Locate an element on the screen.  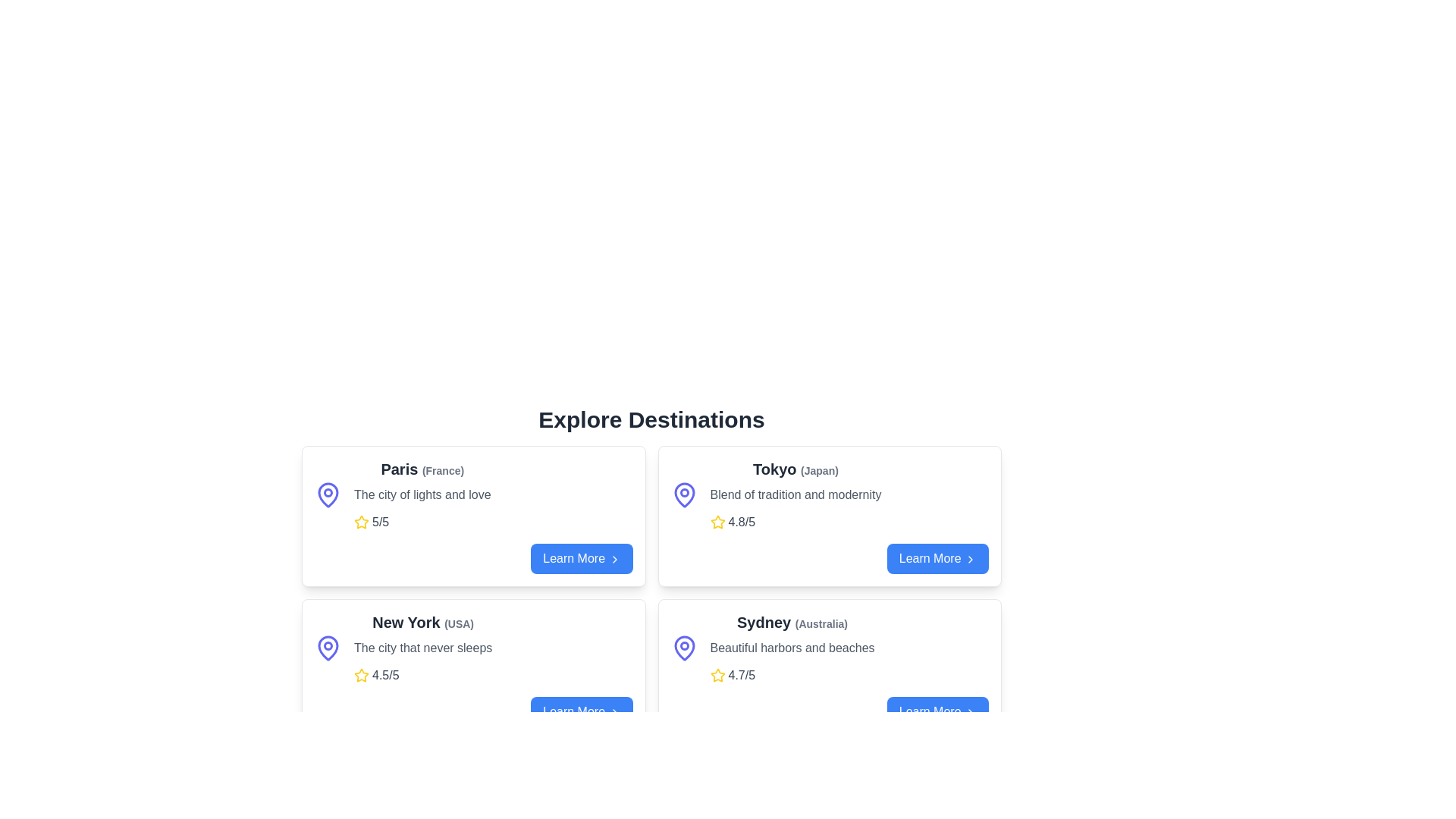
the star icon that indicates the rating of 4.7/5, located in the bottom row of the grid layout in the fourth quadrant for Sydney, Australia is located at coordinates (717, 674).